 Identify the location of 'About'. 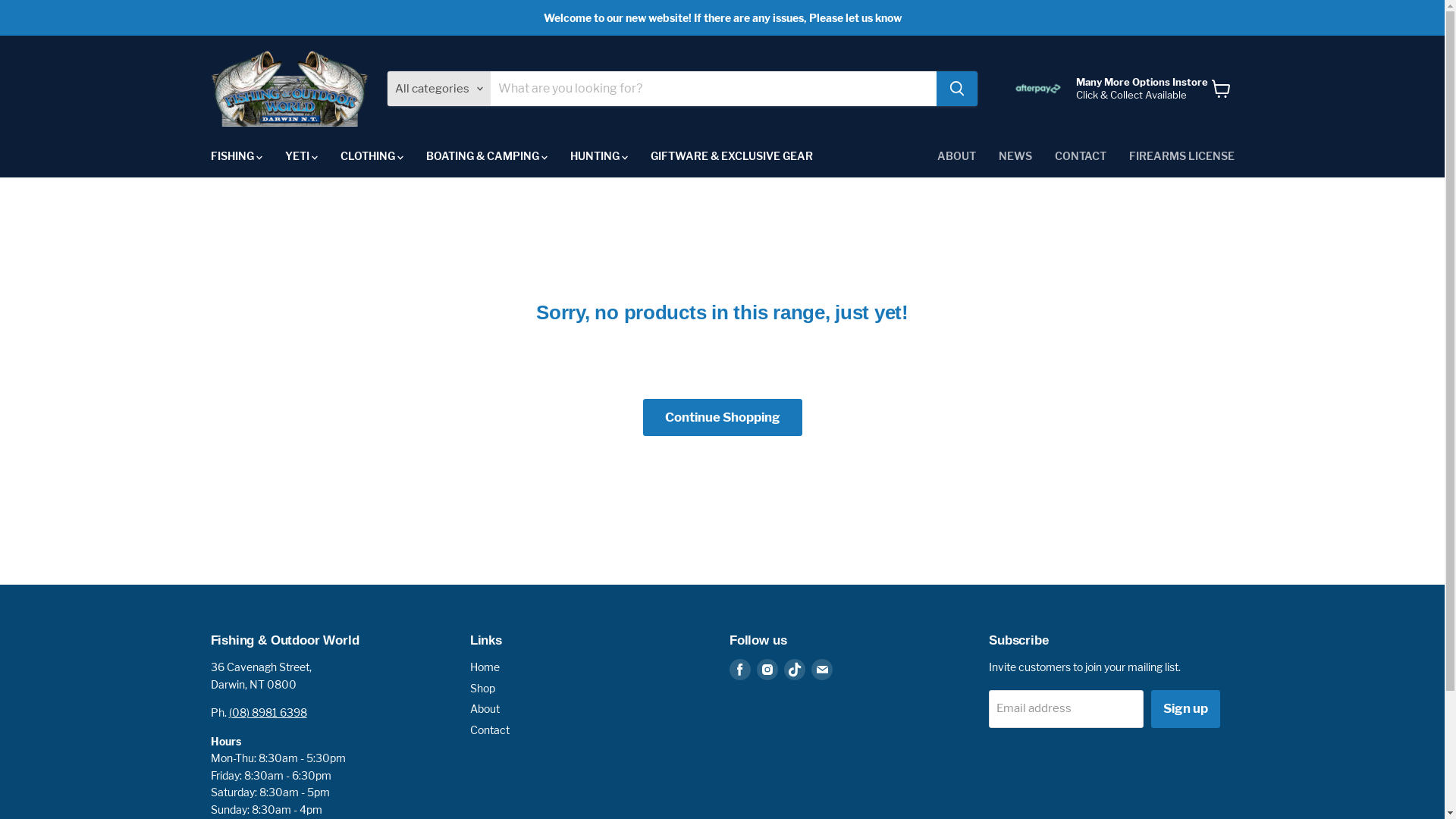
(484, 708).